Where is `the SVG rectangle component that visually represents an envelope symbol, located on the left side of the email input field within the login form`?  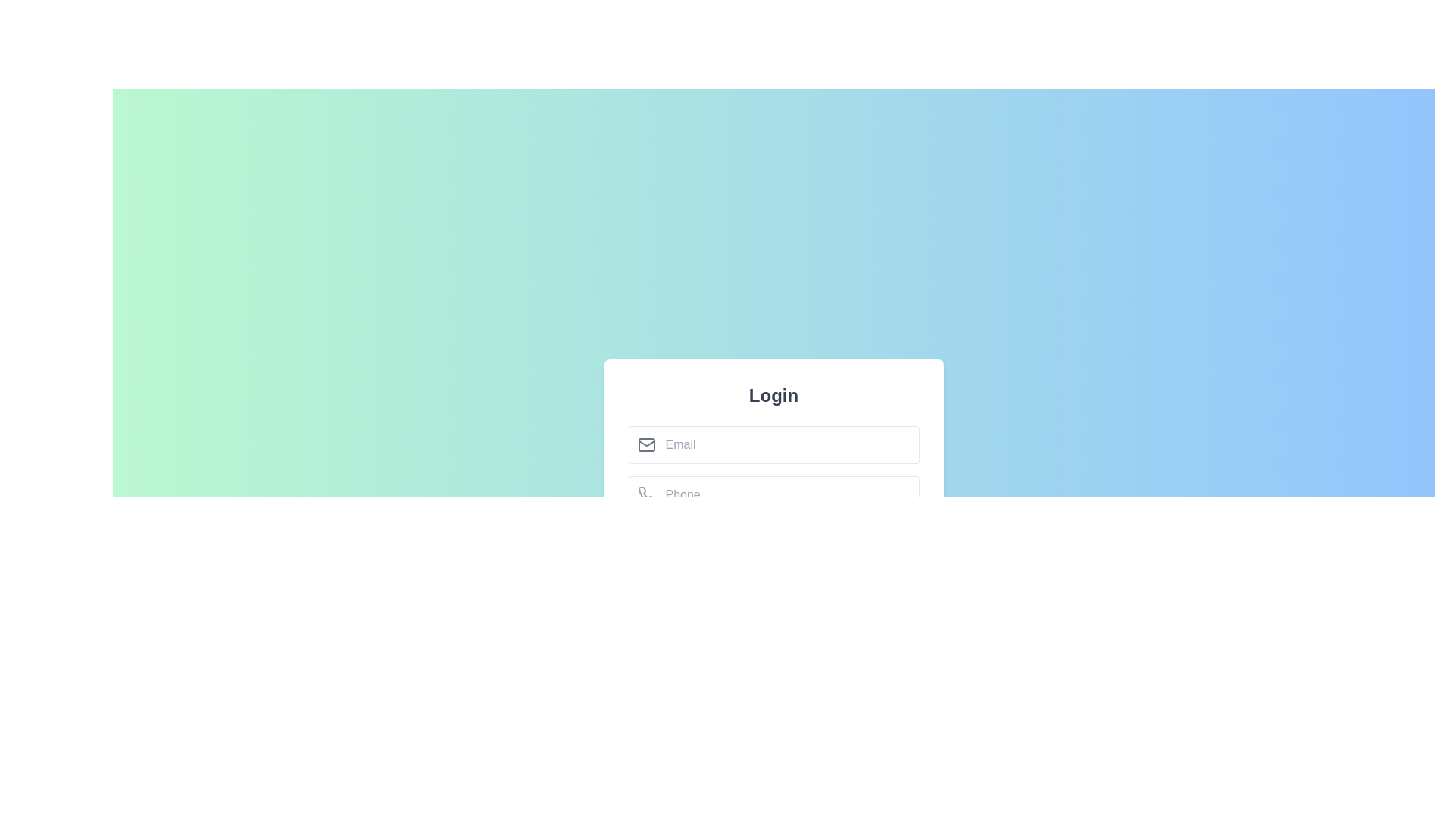
the SVG rectangle component that visually represents an envelope symbol, located on the left side of the email input field within the login form is located at coordinates (646, 444).